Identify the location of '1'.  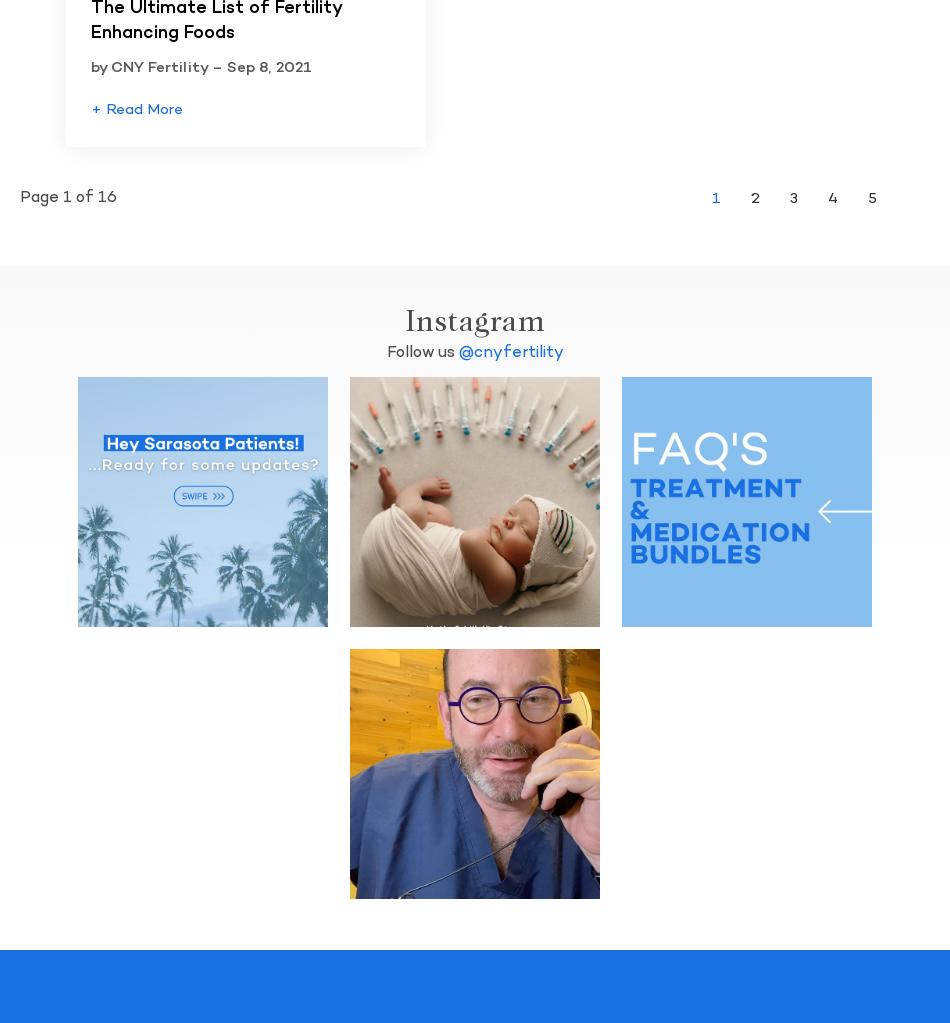
(712, 197).